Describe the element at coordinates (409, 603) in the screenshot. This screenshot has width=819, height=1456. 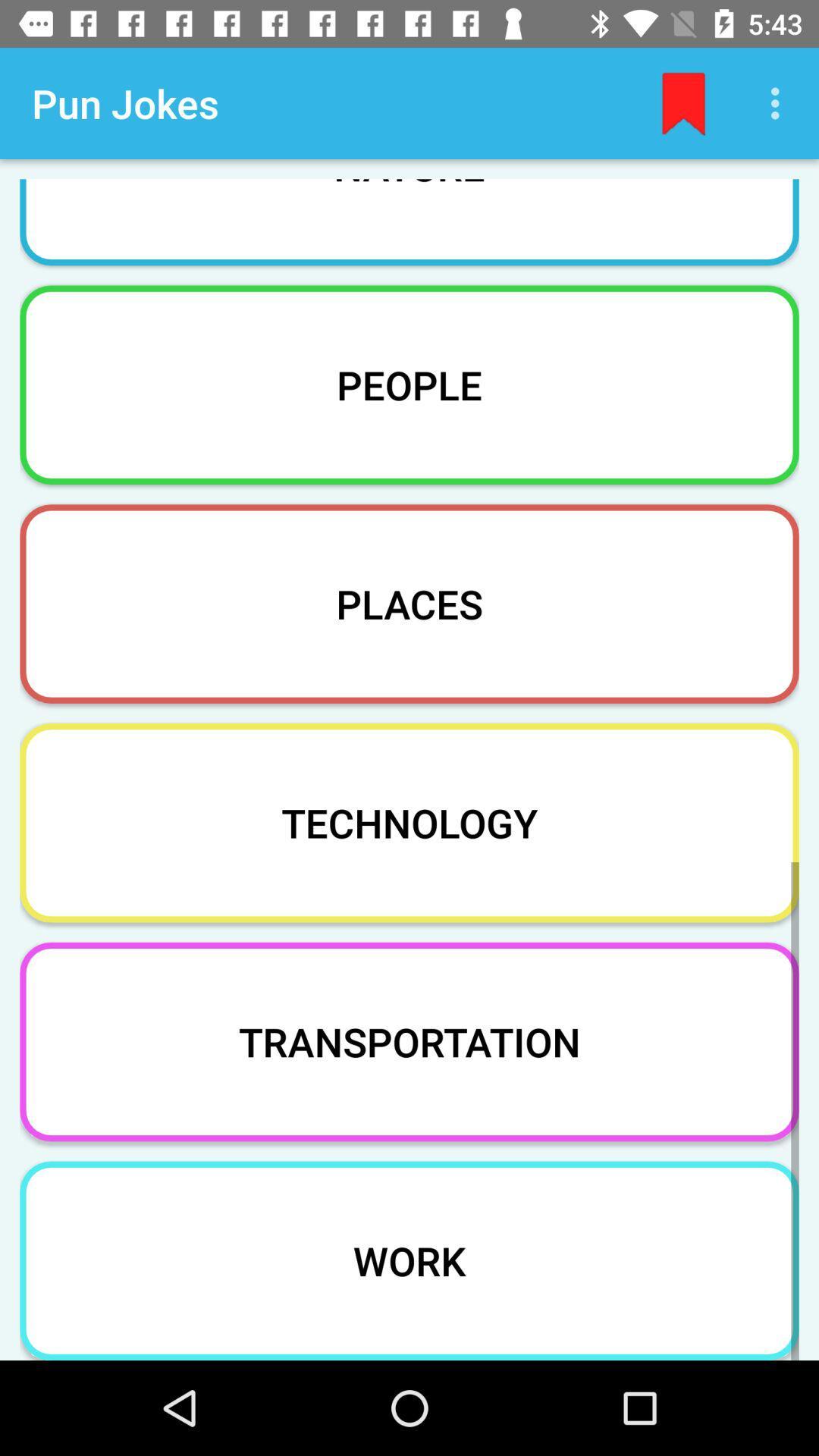
I see `places item` at that location.